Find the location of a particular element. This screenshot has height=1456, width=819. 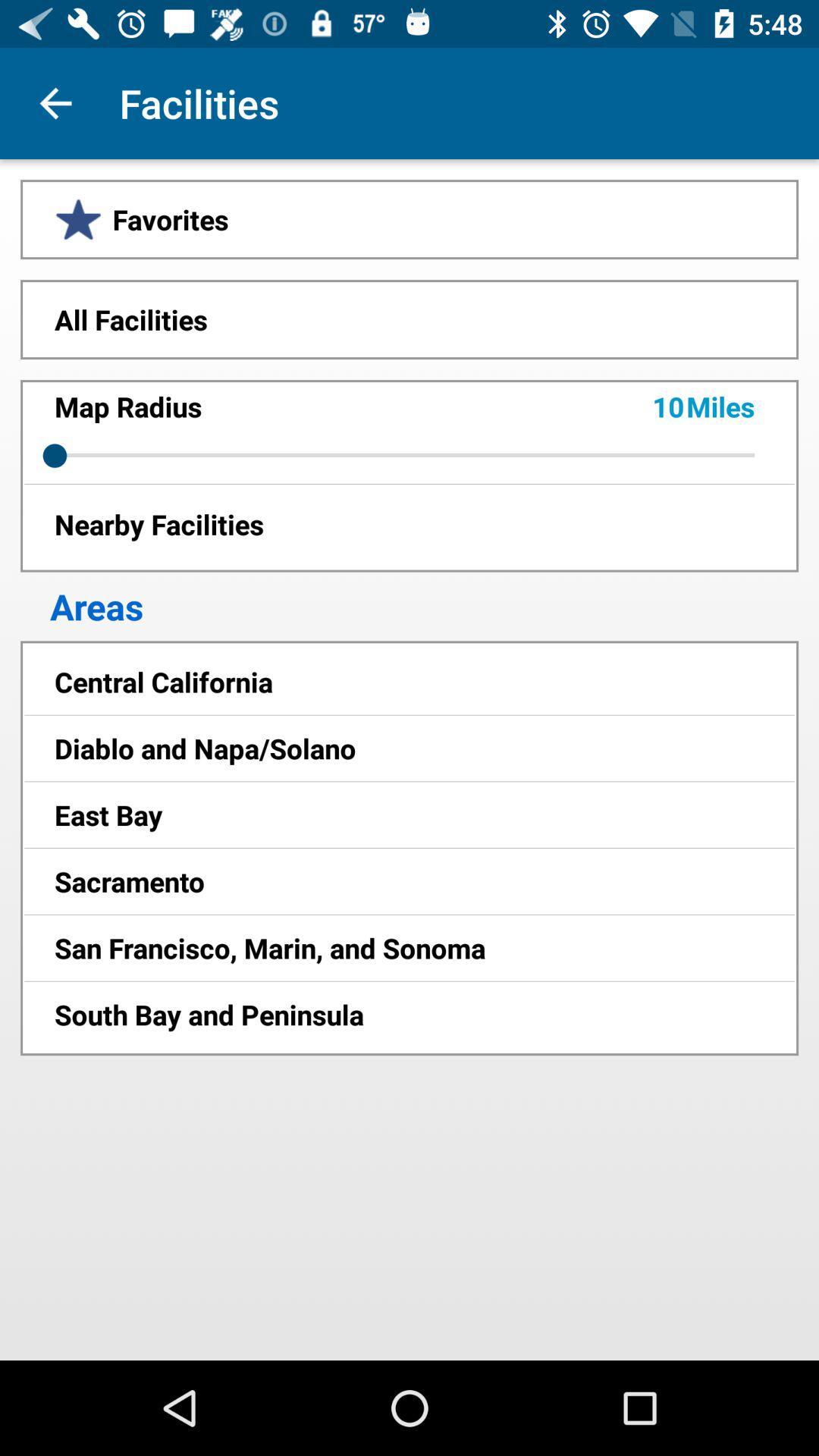

the favorites is located at coordinates (409, 218).